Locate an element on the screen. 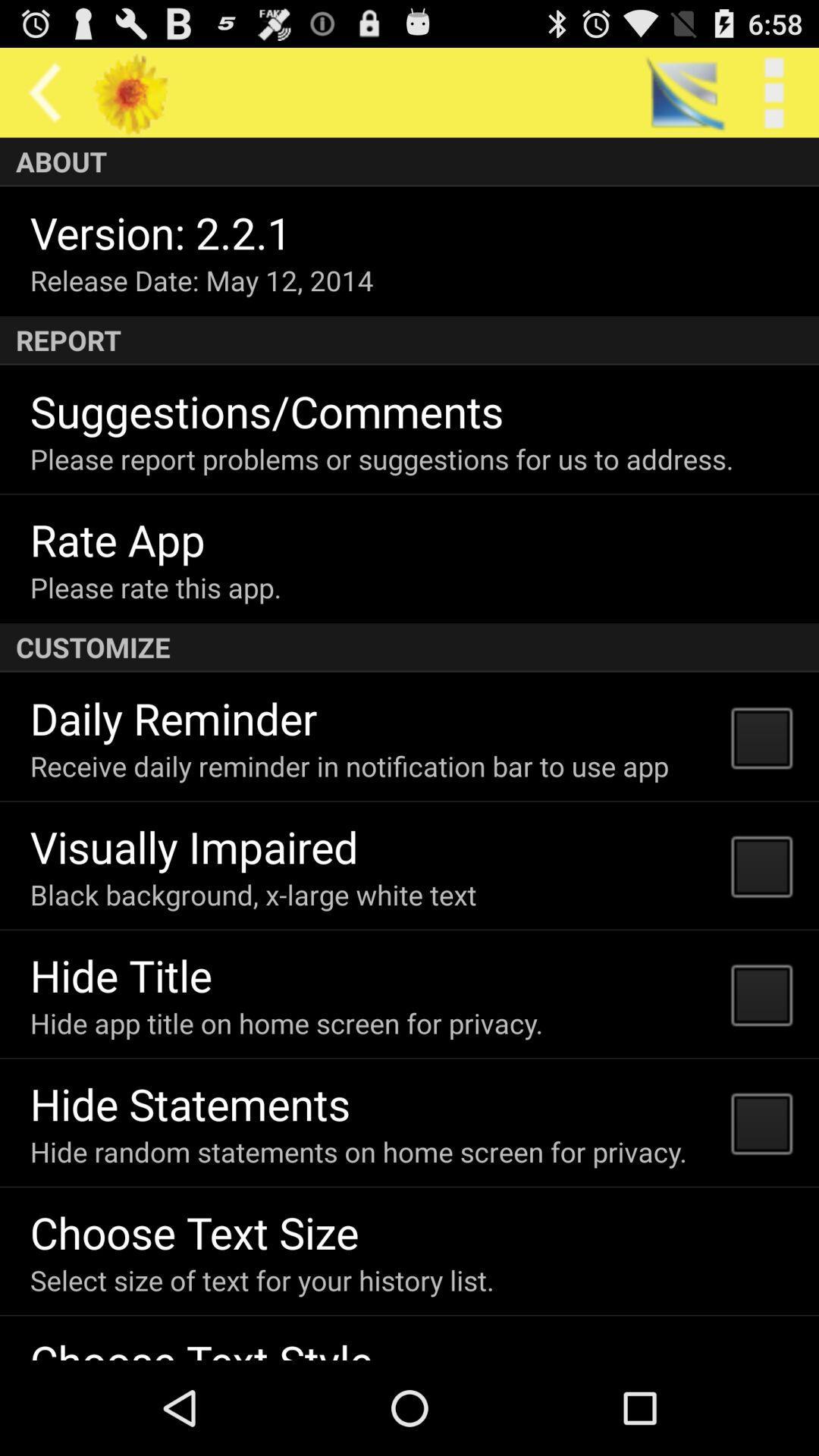  customize icon is located at coordinates (409, 648).